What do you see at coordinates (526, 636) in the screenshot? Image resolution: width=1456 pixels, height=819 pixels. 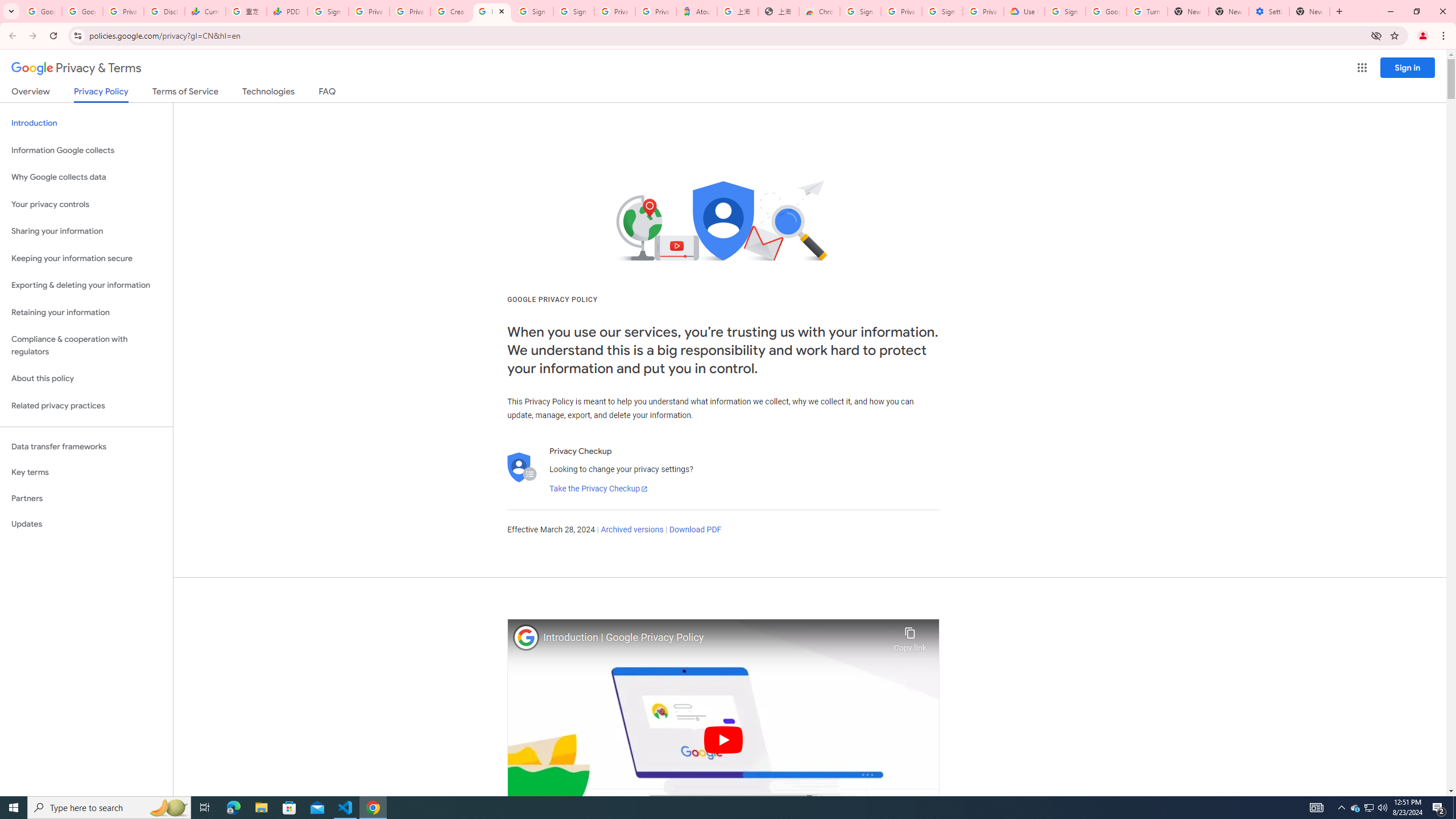 I see `'Photo image of Google'` at bounding box center [526, 636].